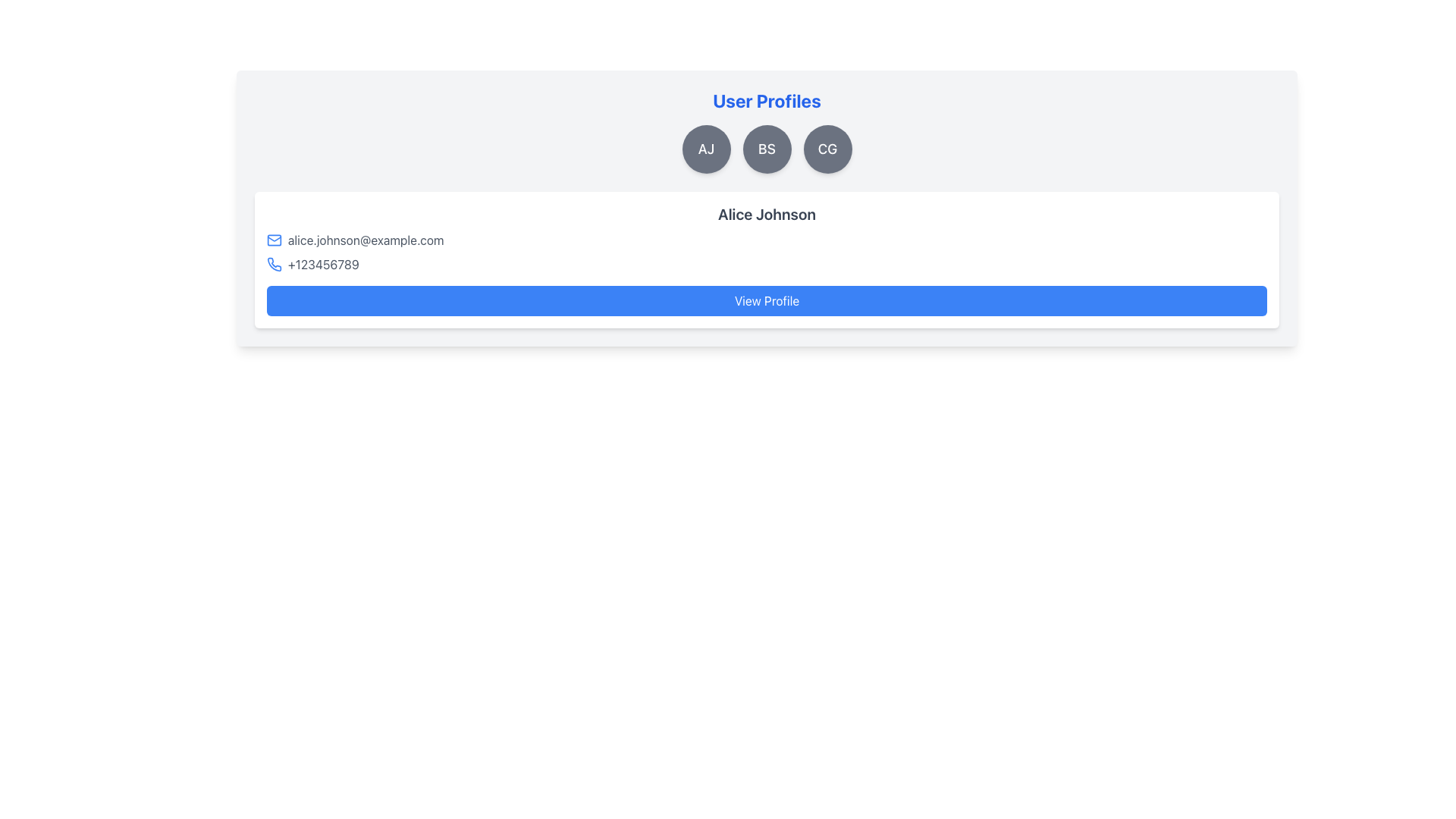 This screenshot has height=819, width=1456. I want to click on the middle circular button labeled 'BS' for interaction, so click(767, 149).